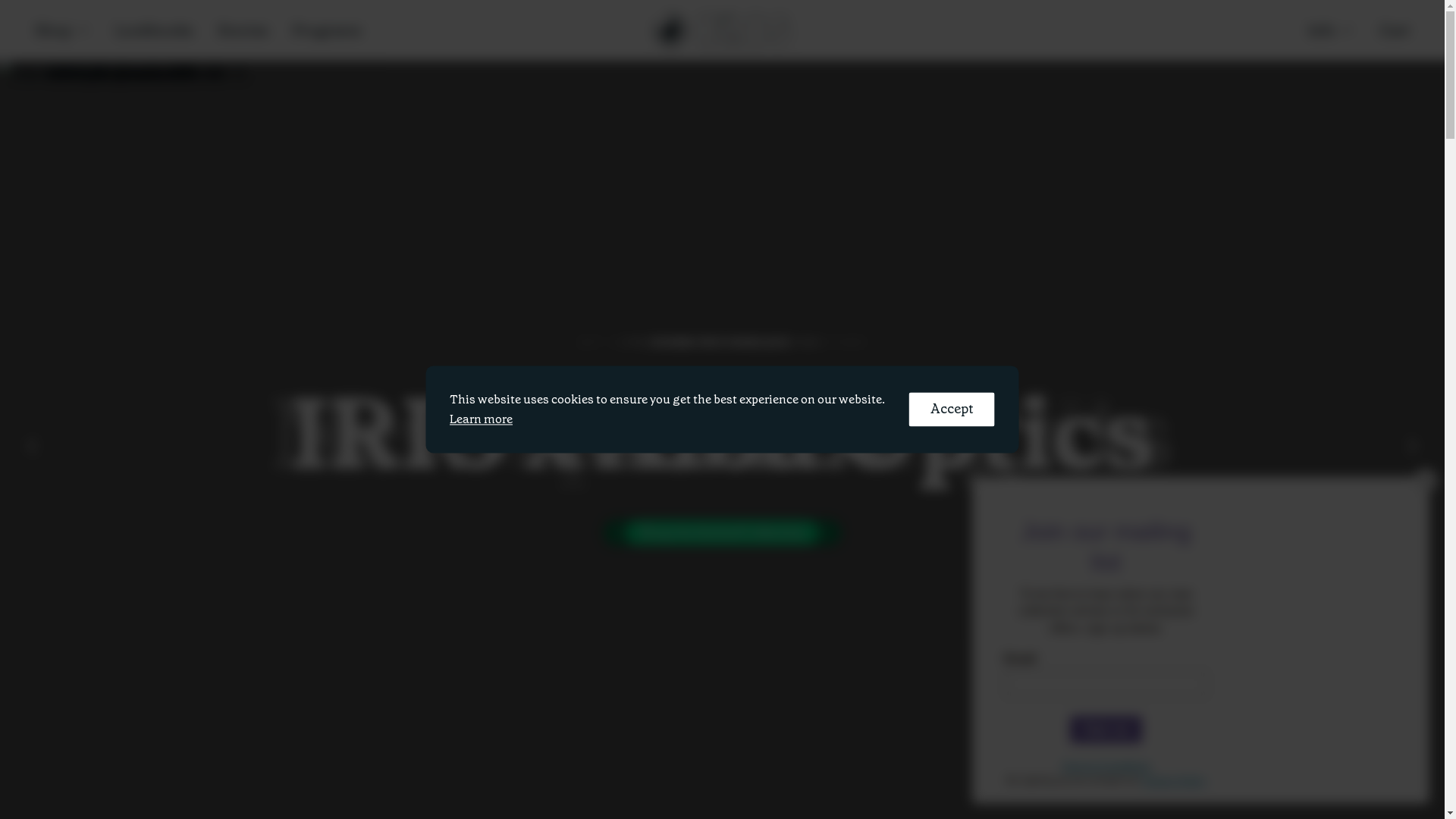  Describe the element at coordinates (449, 419) in the screenshot. I see `'Learn more'` at that location.